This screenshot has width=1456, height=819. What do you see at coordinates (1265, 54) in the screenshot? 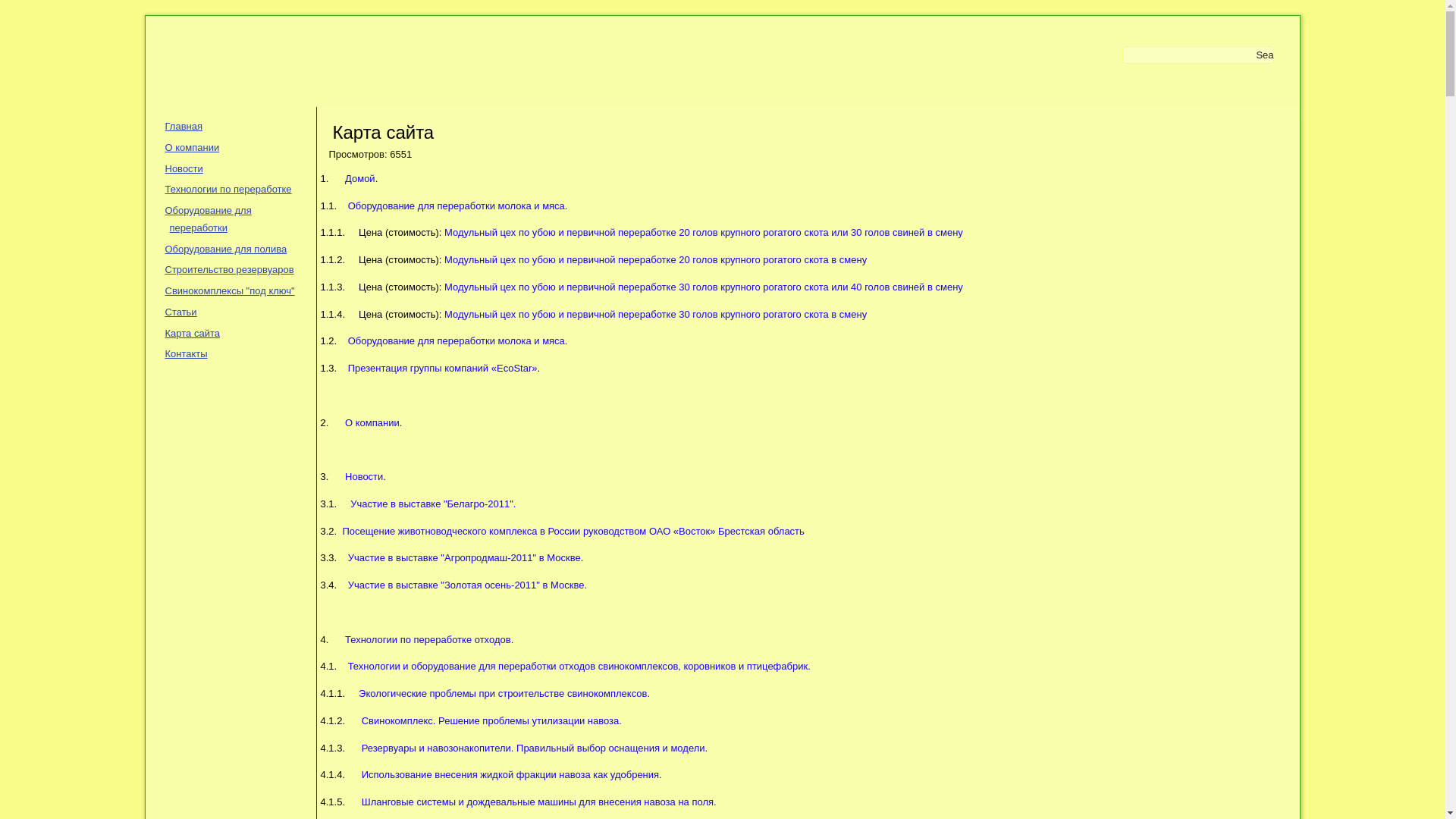
I see `'Search'` at bounding box center [1265, 54].